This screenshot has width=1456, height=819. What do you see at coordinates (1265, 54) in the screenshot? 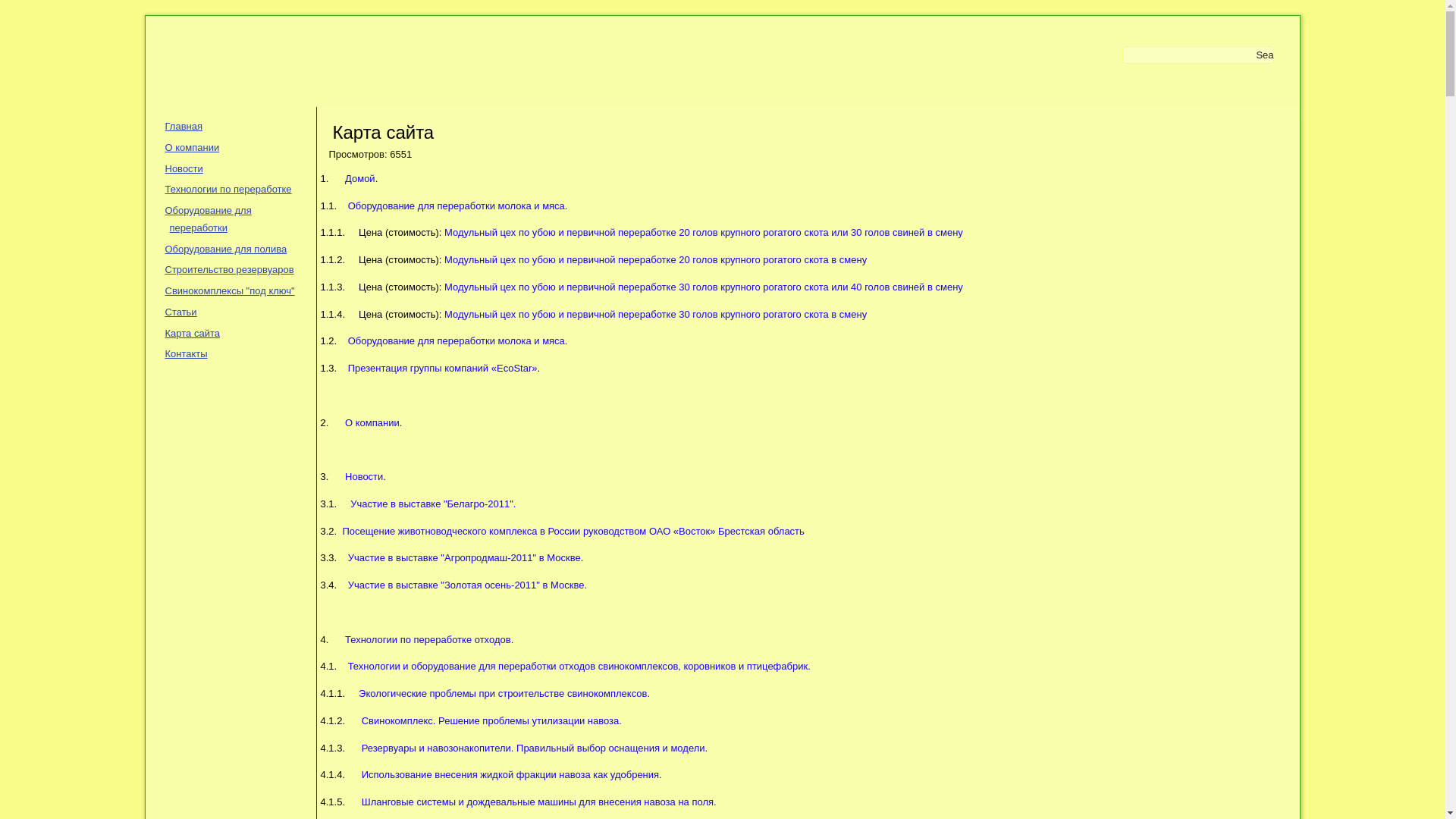
I see `'Search'` at bounding box center [1265, 54].